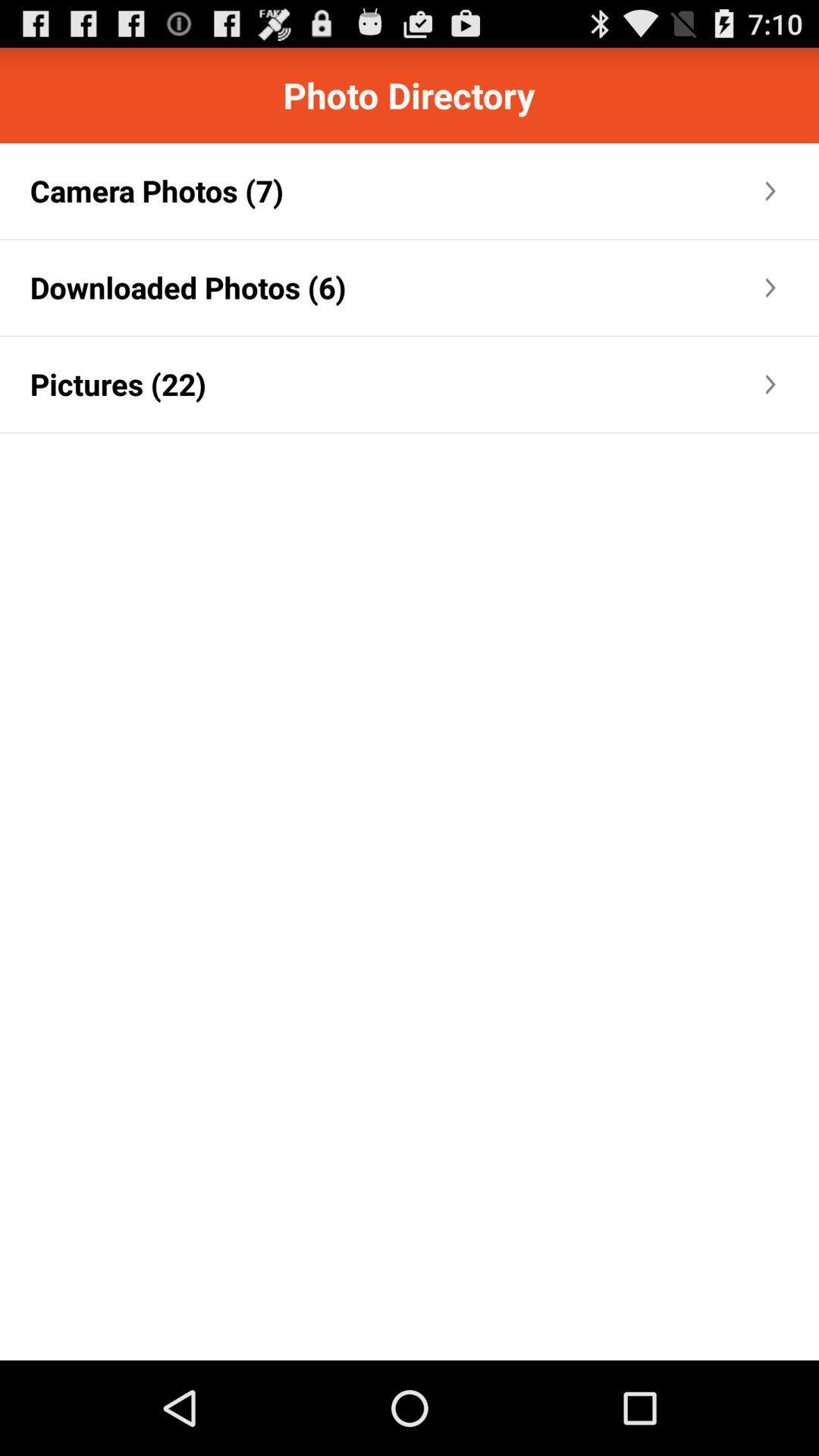 The width and height of the screenshot is (819, 1456). I want to click on the icon next to the pictures (22) icon, so click(485, 384).